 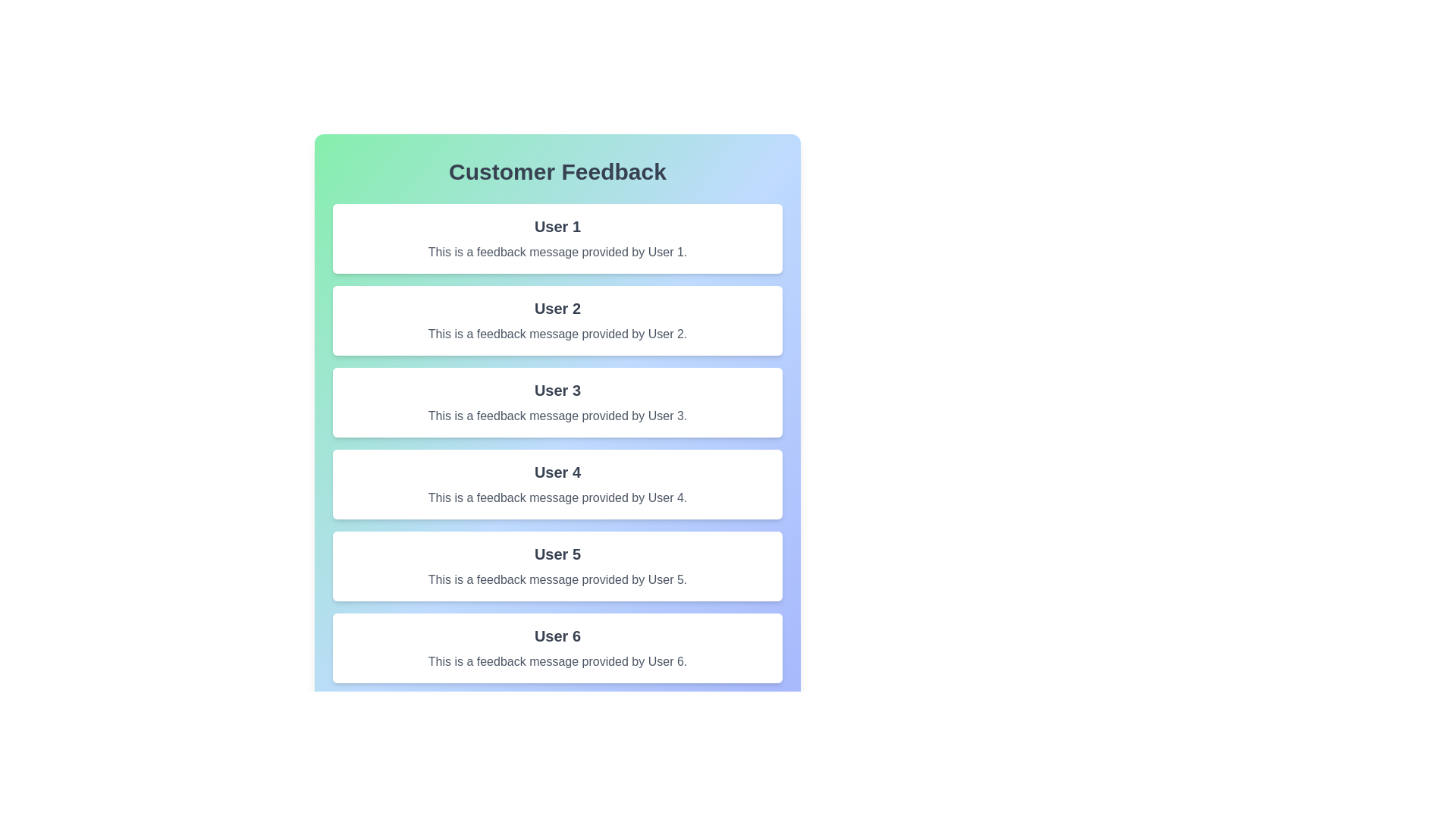 What do you see at coordinates (557, 497) in the screenshot?
I see `the static text element displaying the feedback message from 'User 4,' which is located in the fourth card below 'User 4.'` at bounding box center [557, 497].